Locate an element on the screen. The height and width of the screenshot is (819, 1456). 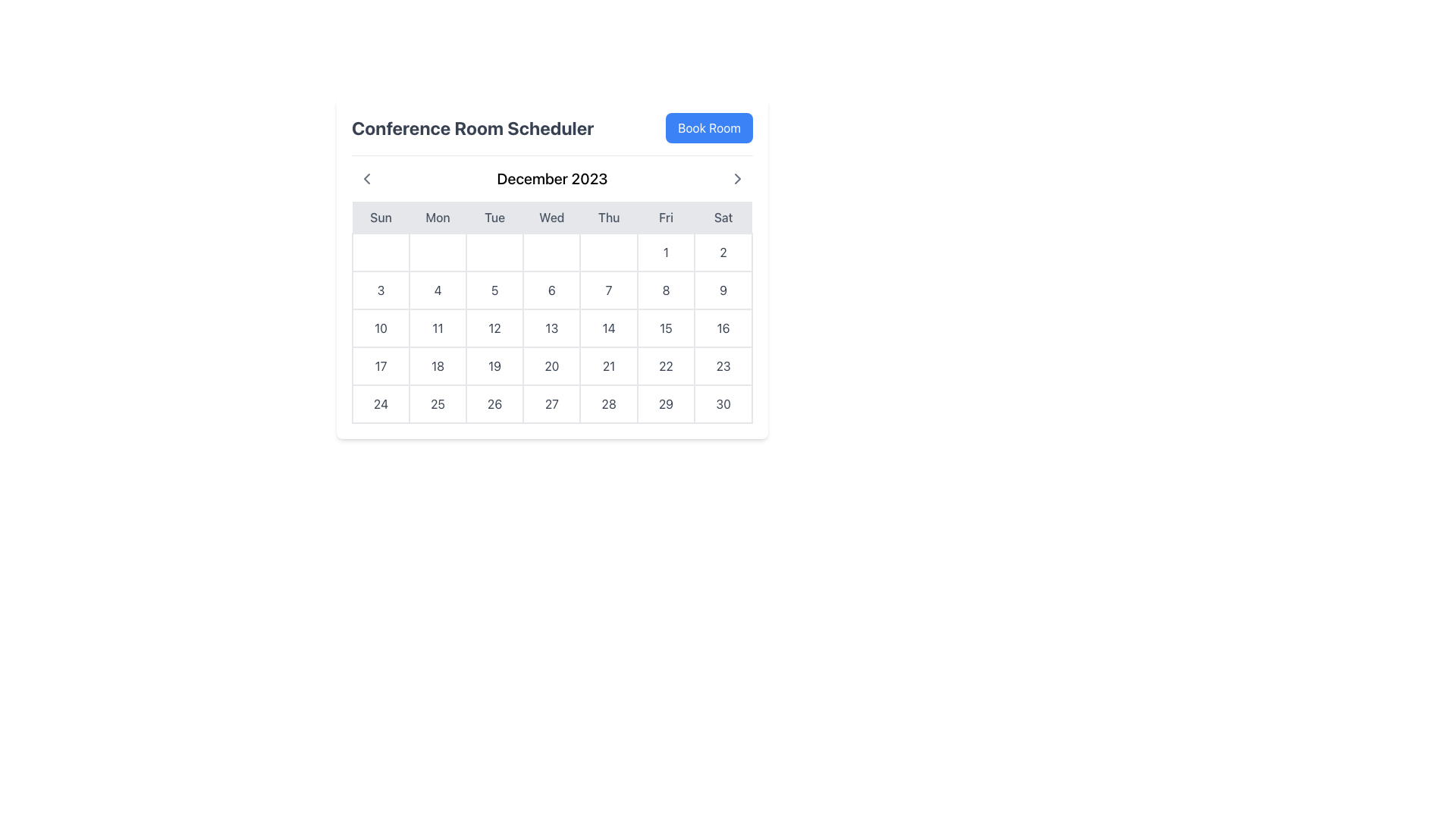
the rounded rectangular button labeled '3' which has a gray border and white background, located at the leftmost position of a series of numbered buttons is located at coordinates (381, 290).